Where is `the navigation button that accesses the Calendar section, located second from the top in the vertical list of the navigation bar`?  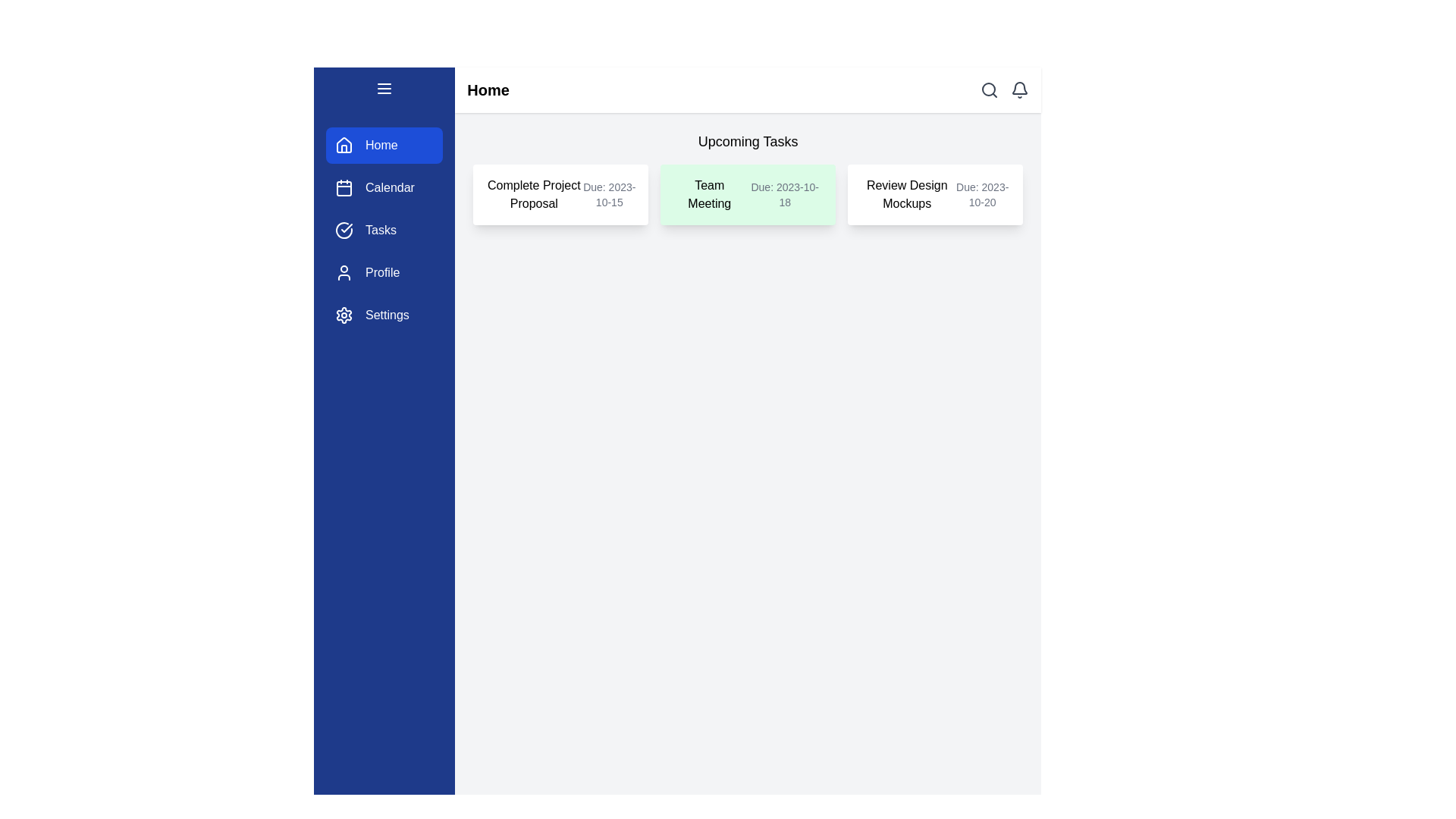
the navigation button that accesses the Calendar section, located second from the top in the vertical list of the navigation bar is located at coordinates (384, 187).